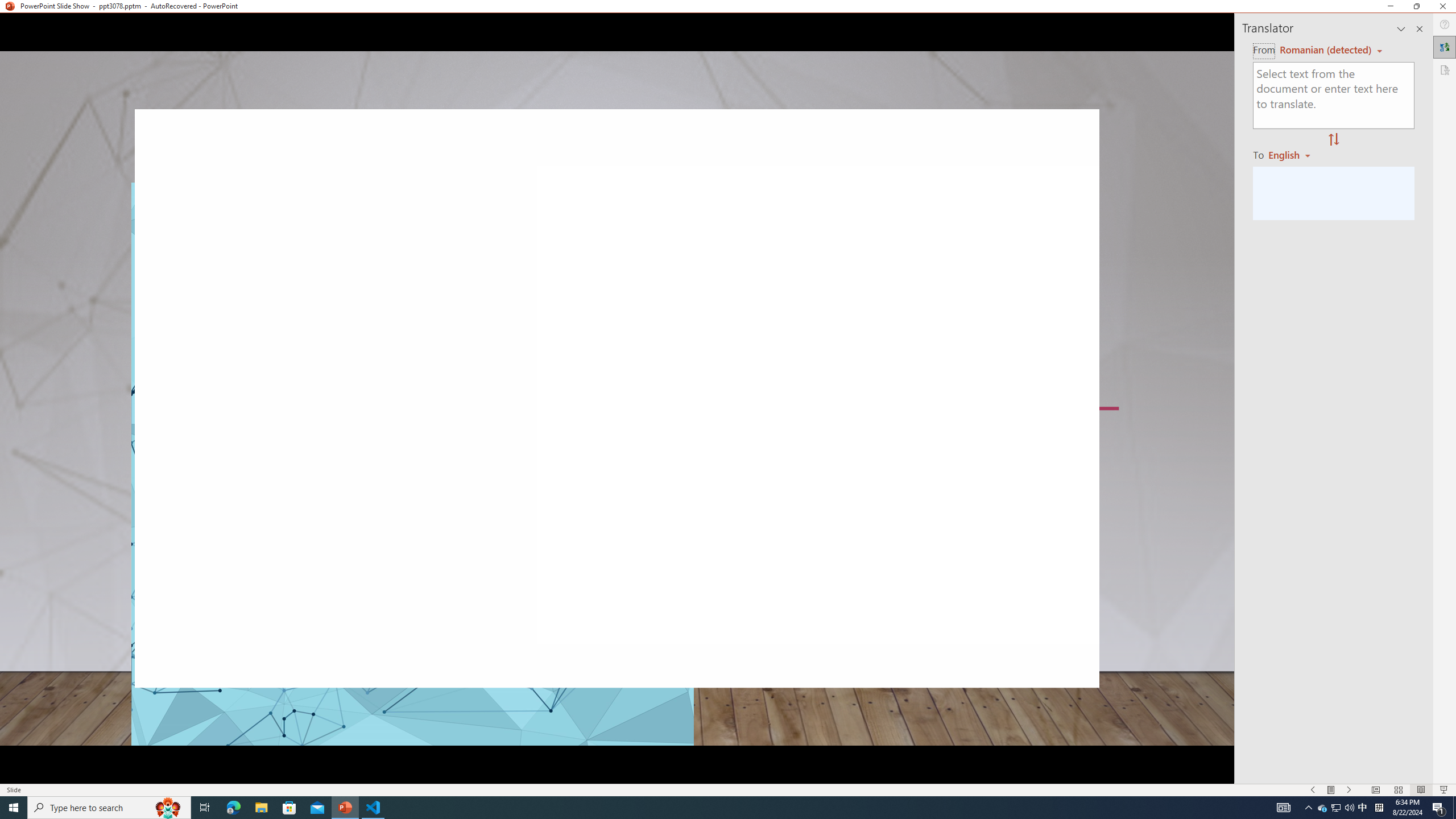  What do you see at coordinates (1349, 790) in the screenshot?
I see `'Slide Show Next On'` at bounding box center [1349, 790].